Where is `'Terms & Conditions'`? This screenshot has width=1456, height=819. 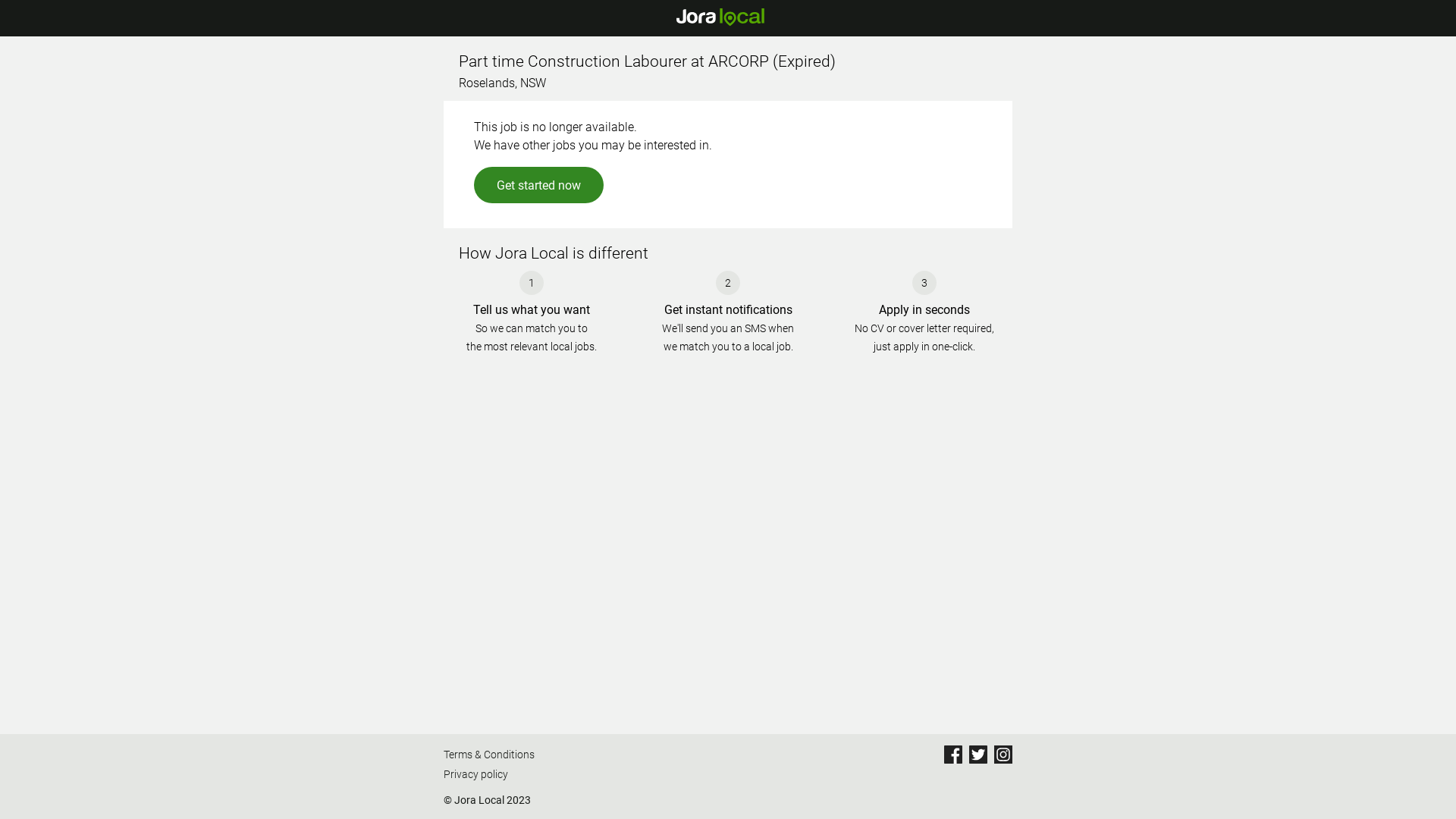
'Terms & Conditions' is located at coordinates (488, 755).